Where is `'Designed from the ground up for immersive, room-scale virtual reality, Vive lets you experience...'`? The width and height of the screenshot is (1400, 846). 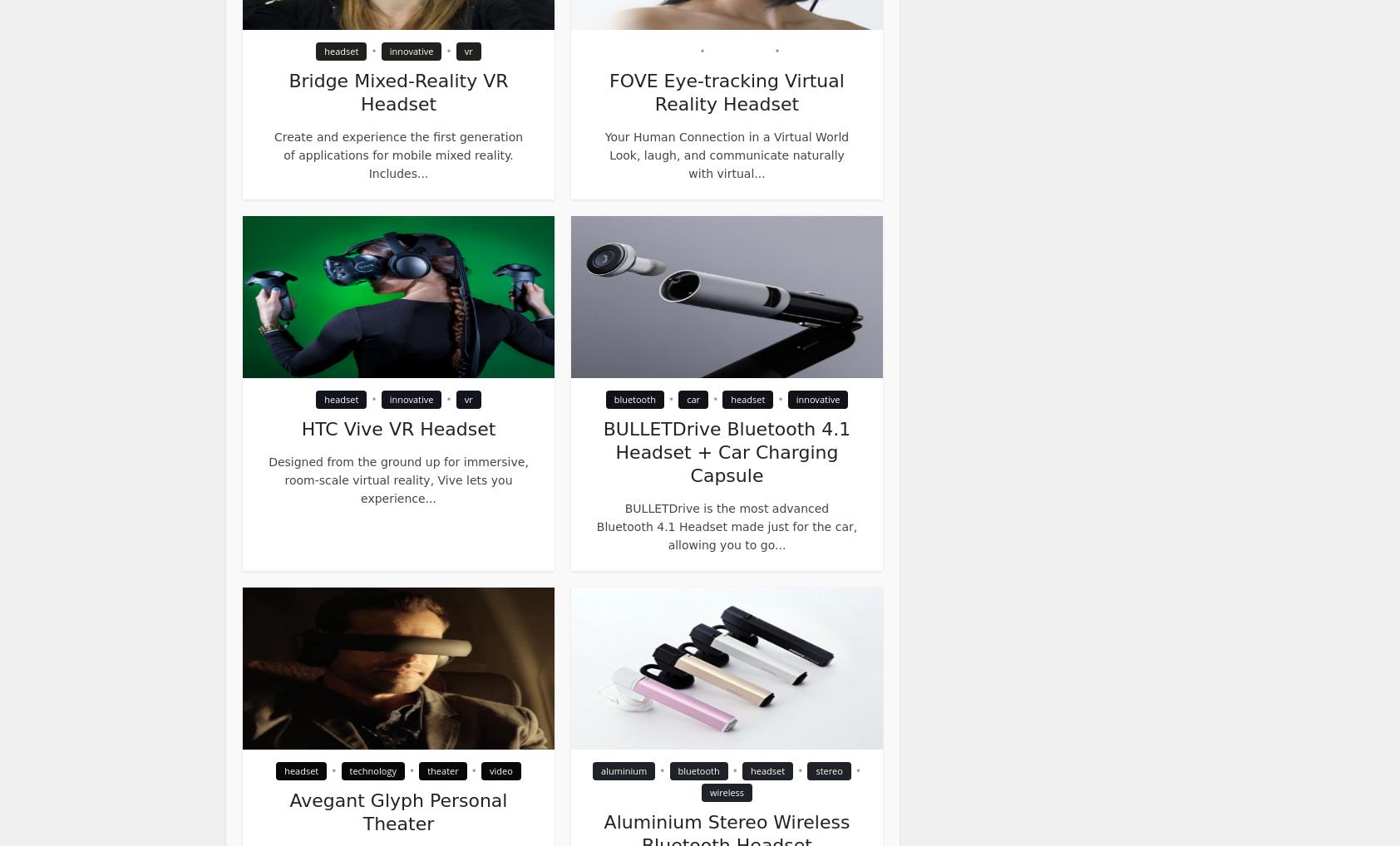
'Designed from the ground up for immersive, room-scale virtual reality, Vive lets you experience...' is located at coordinates (397, 480).